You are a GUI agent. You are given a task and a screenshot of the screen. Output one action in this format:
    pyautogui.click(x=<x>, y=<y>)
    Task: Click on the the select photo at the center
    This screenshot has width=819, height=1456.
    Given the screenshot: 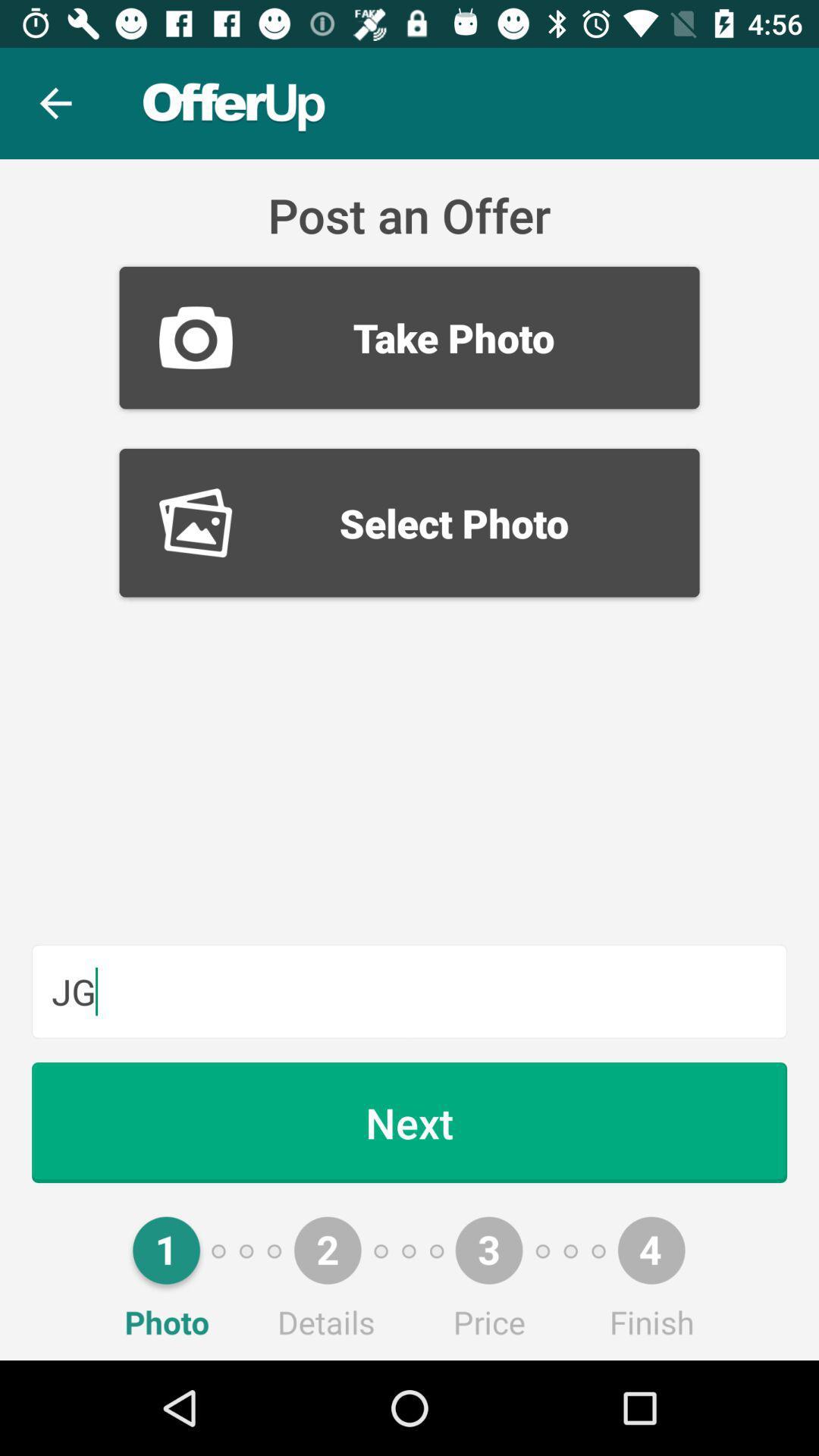 What is the action you would take?
    pyautogui.click(x=409, y=522)
    